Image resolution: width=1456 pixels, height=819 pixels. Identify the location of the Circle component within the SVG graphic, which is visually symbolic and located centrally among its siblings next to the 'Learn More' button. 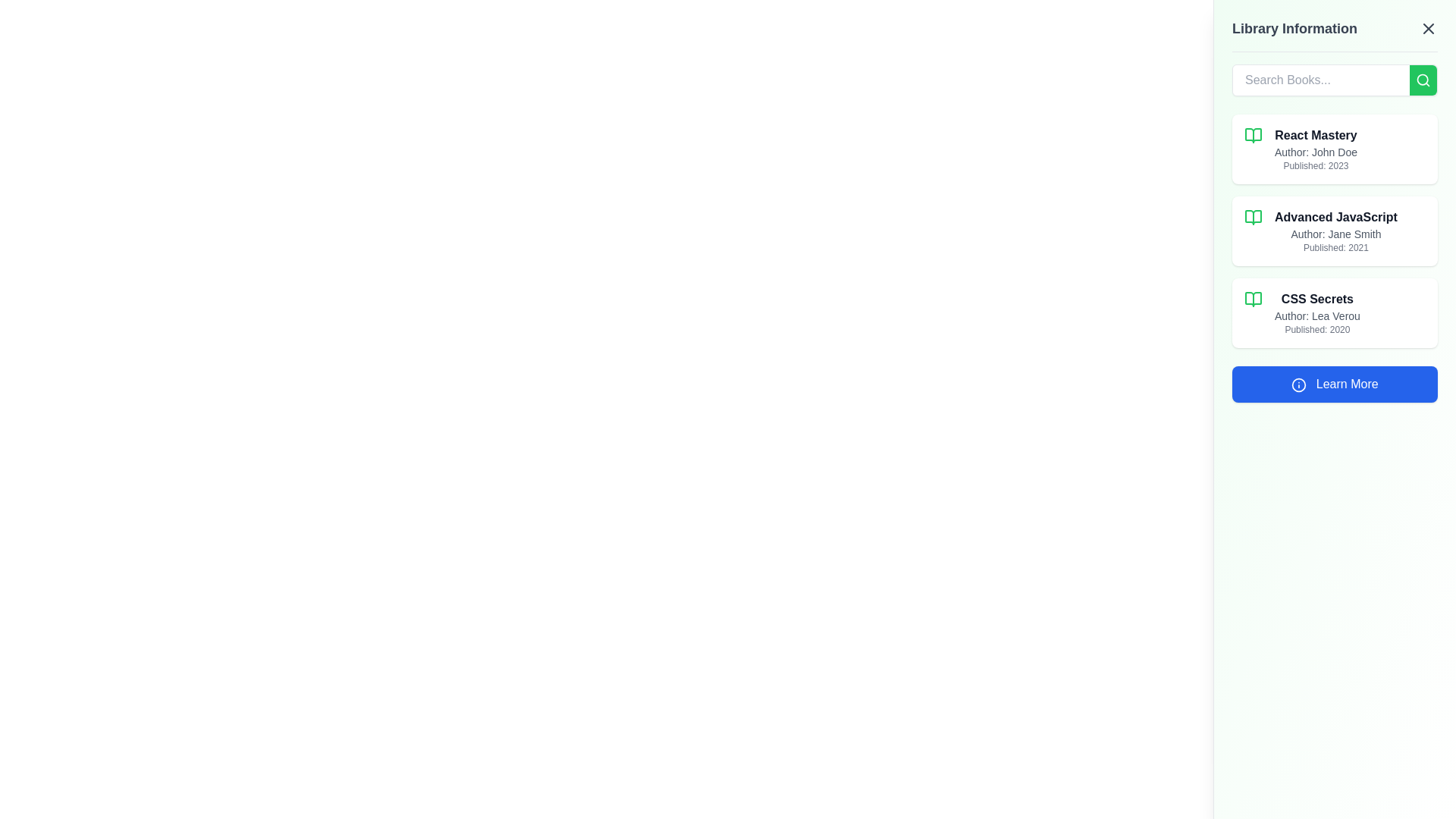
(1298, 384).